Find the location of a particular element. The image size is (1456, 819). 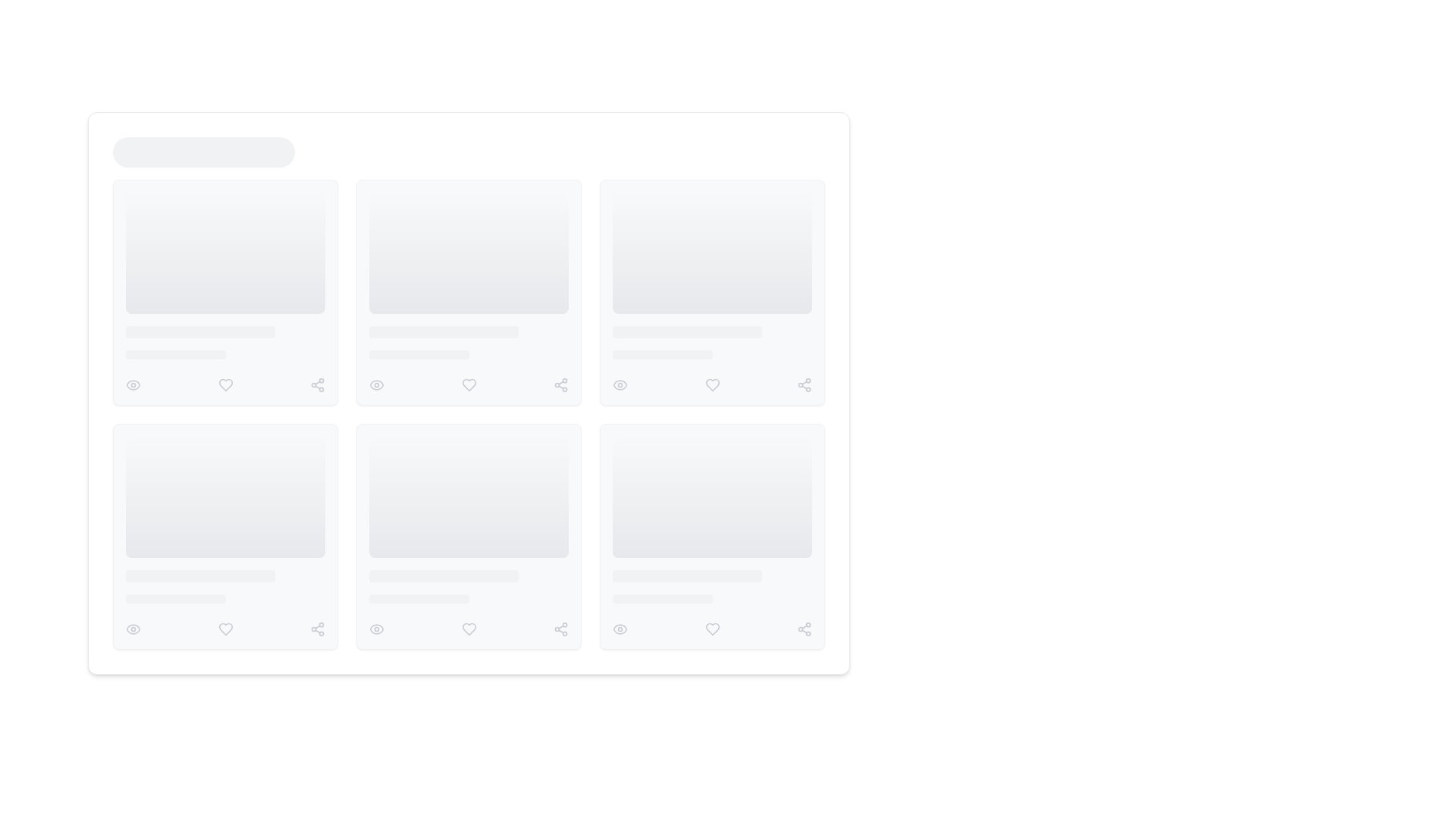

the Content card placeholder in the rightmost column of the top row to interact with its content is located at coordinates (711, 292).